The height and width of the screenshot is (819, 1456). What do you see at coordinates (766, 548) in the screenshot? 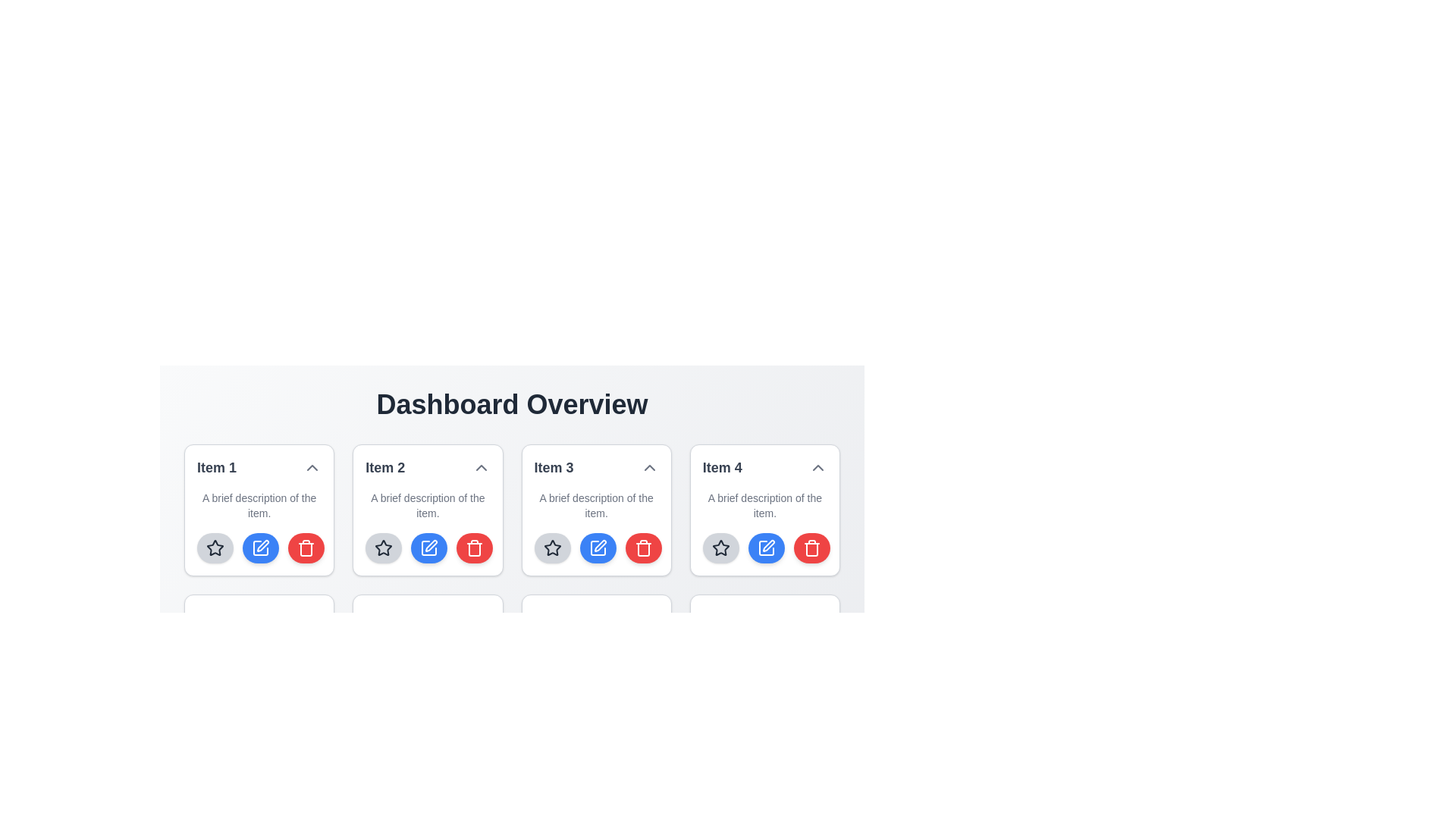
I see `the edit button located to the right of the star icon and to the left of the trash bin icon within the item card labeled 'Item 4' to initiate an edit action` at bounding box center [766, 548].